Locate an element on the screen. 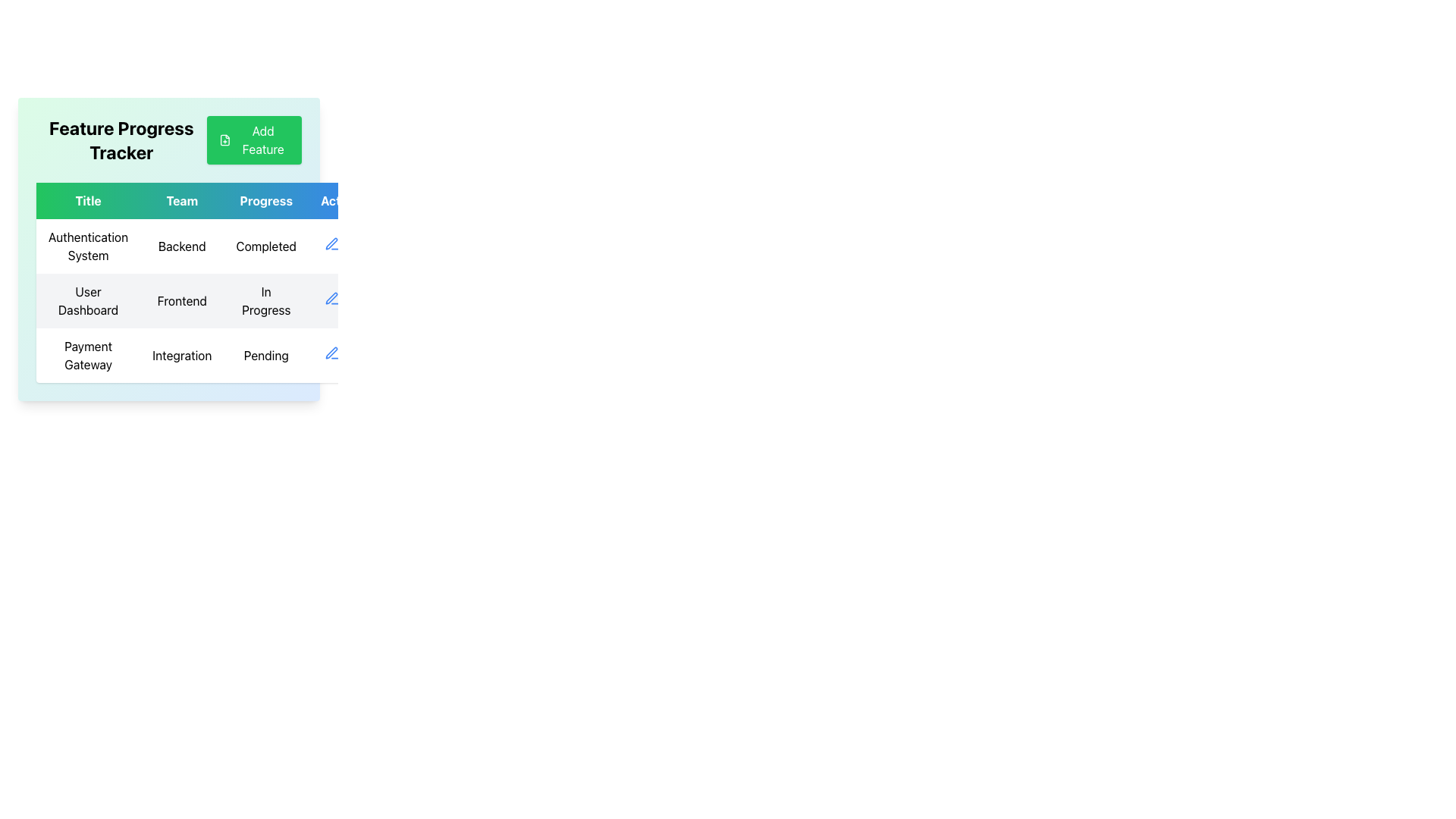  the third column header that indicates progress statuses for tasks, positioned between 'Team' and 'Actions' is located at coordinates (266, 200).